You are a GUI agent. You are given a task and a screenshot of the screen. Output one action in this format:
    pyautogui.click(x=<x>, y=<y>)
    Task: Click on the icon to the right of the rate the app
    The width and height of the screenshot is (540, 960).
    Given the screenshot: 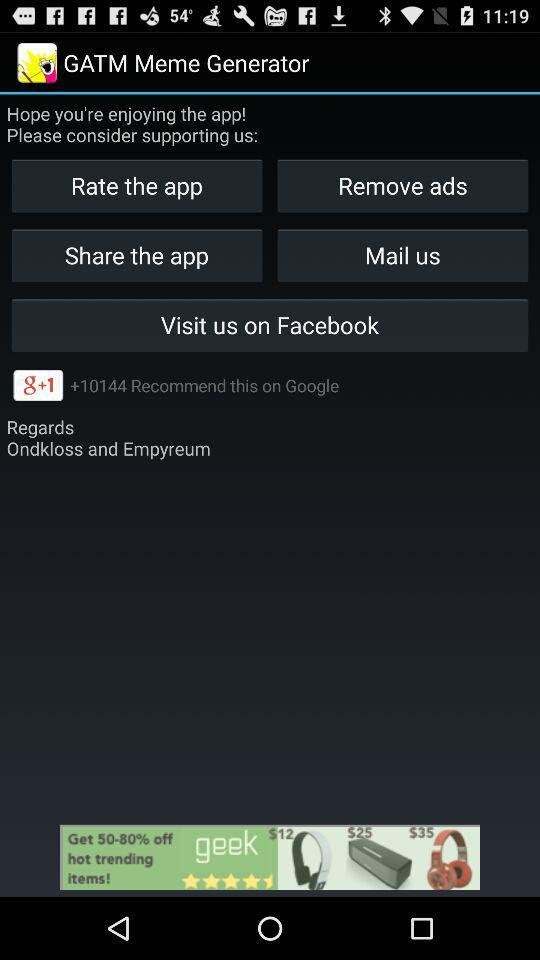 What is the action you would take?
    pyautogui.click(x=402, y=185)
    